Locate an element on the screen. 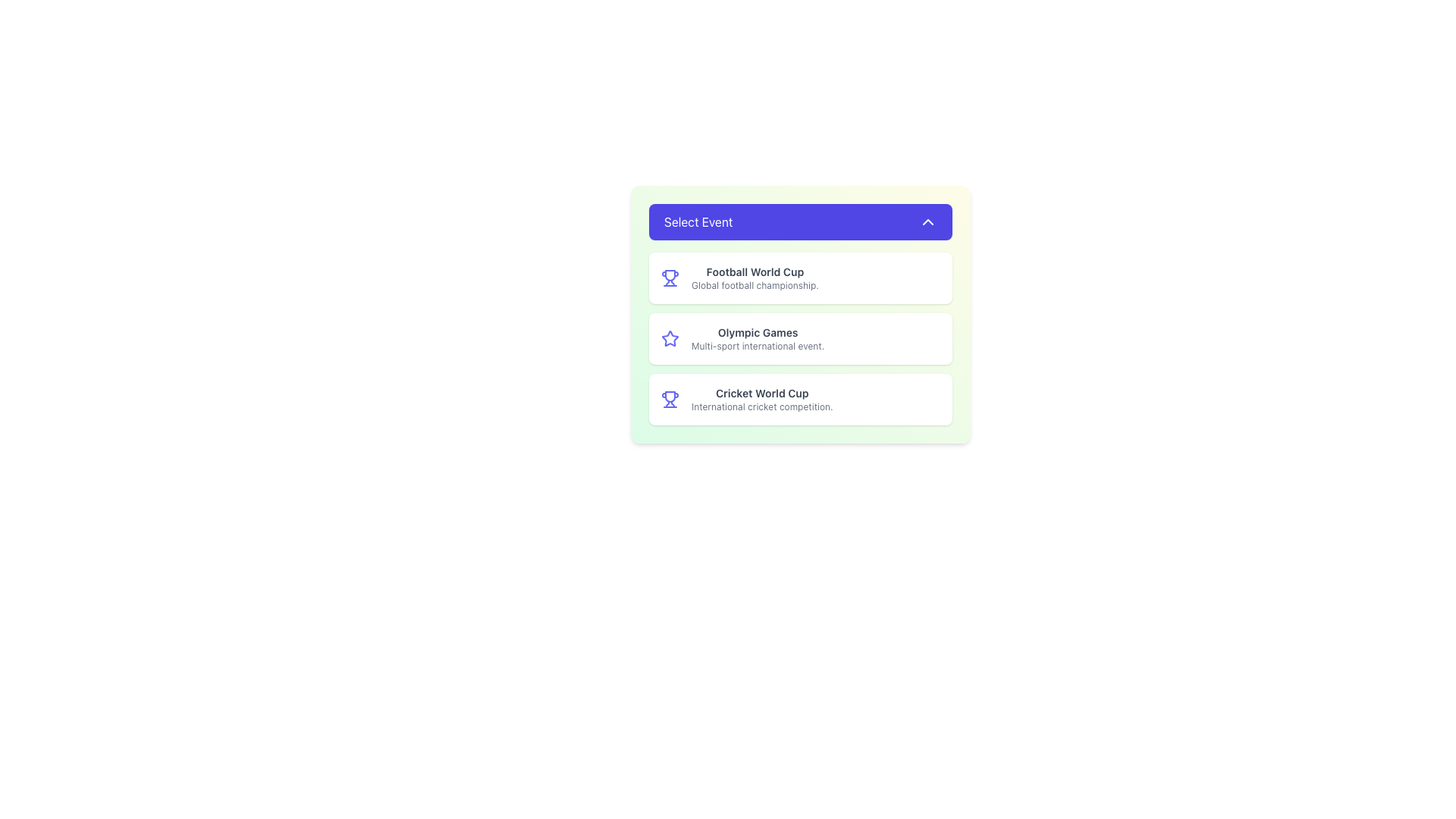  the text label indicating the title of the Olympic Games option is located at coordinates (758, 332).